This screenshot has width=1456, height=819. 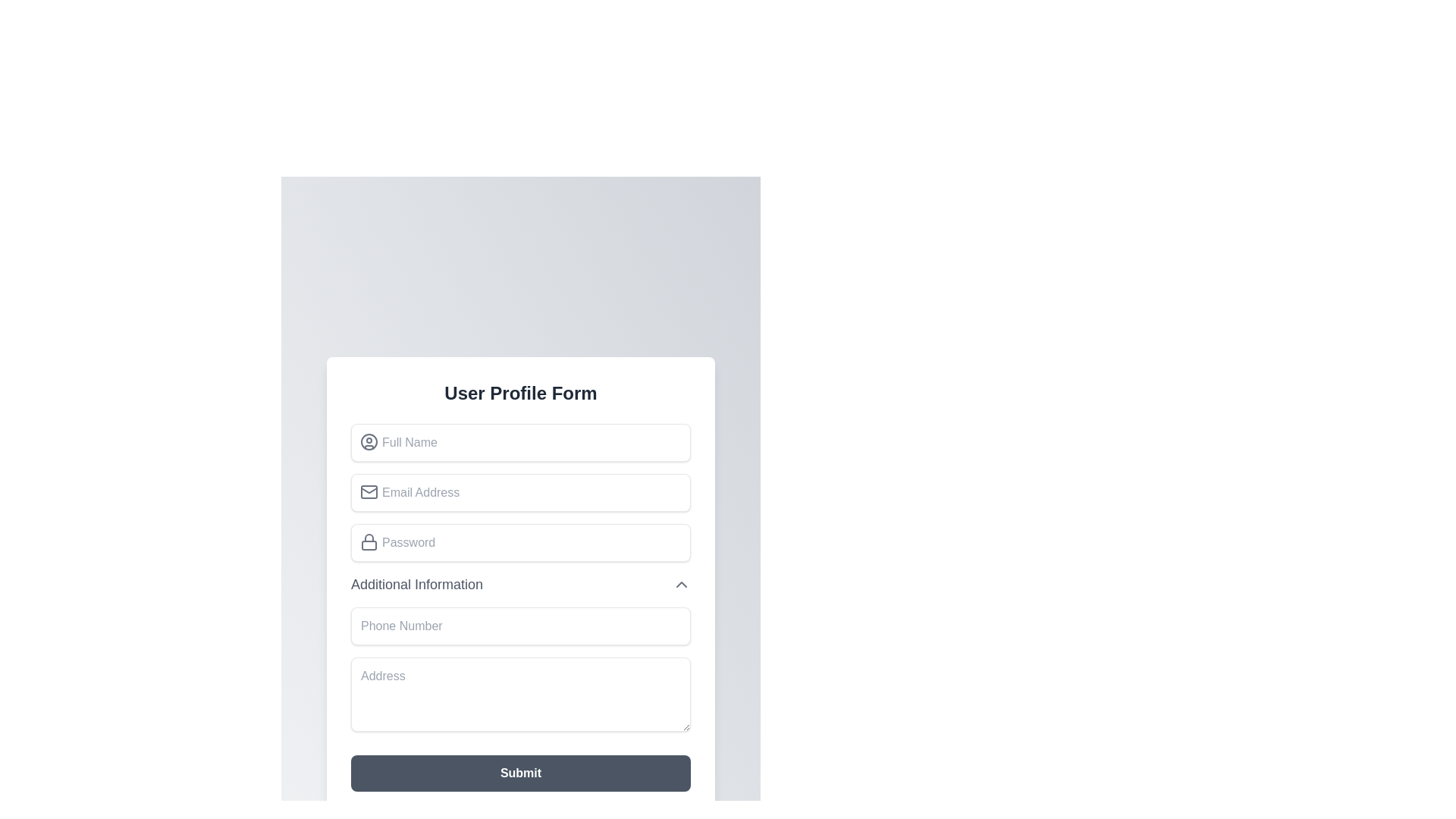 I want to click on the text heading element that serves as a title or heading, providing context to the user about the purpose of the form below it, which is positioned at the top of the layout, so click(x=520, y=391).